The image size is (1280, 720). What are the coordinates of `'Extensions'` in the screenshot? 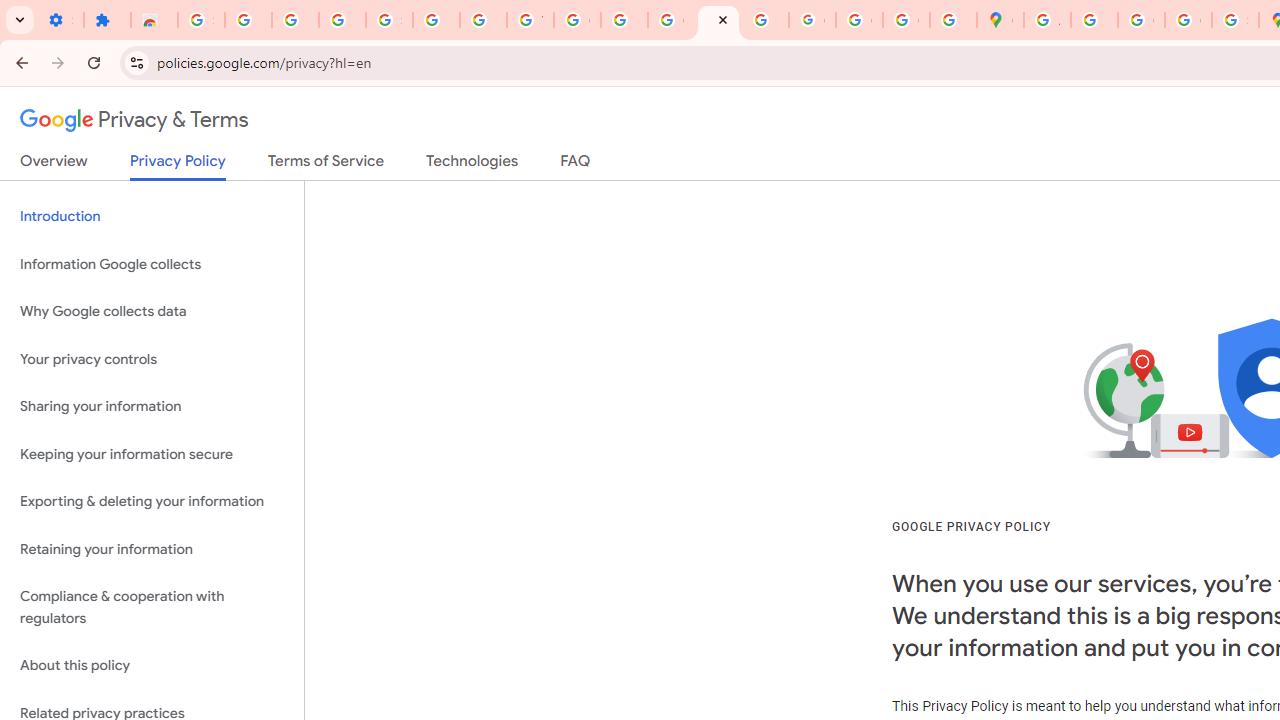 It's located at (106, 20).